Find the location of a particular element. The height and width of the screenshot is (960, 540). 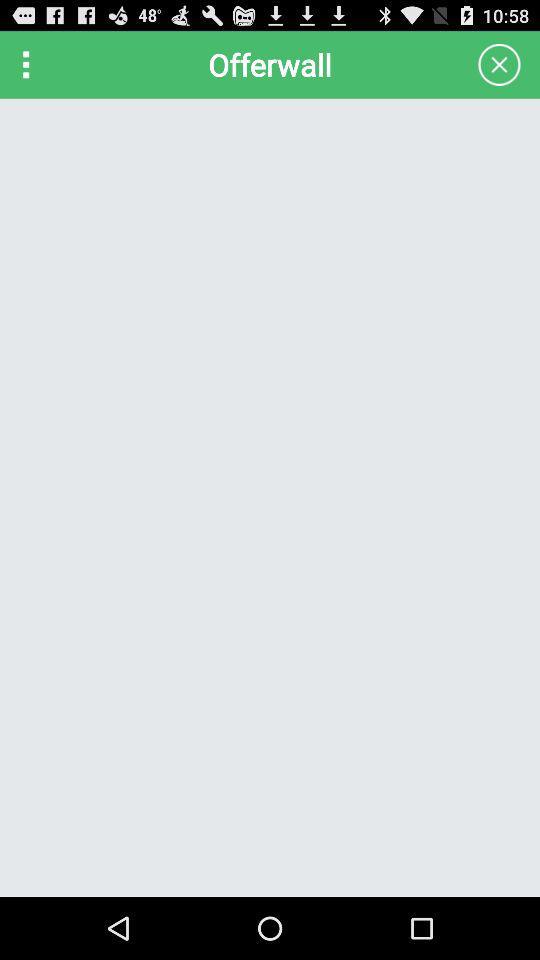

the close icon is located at coordinates (498, 69).